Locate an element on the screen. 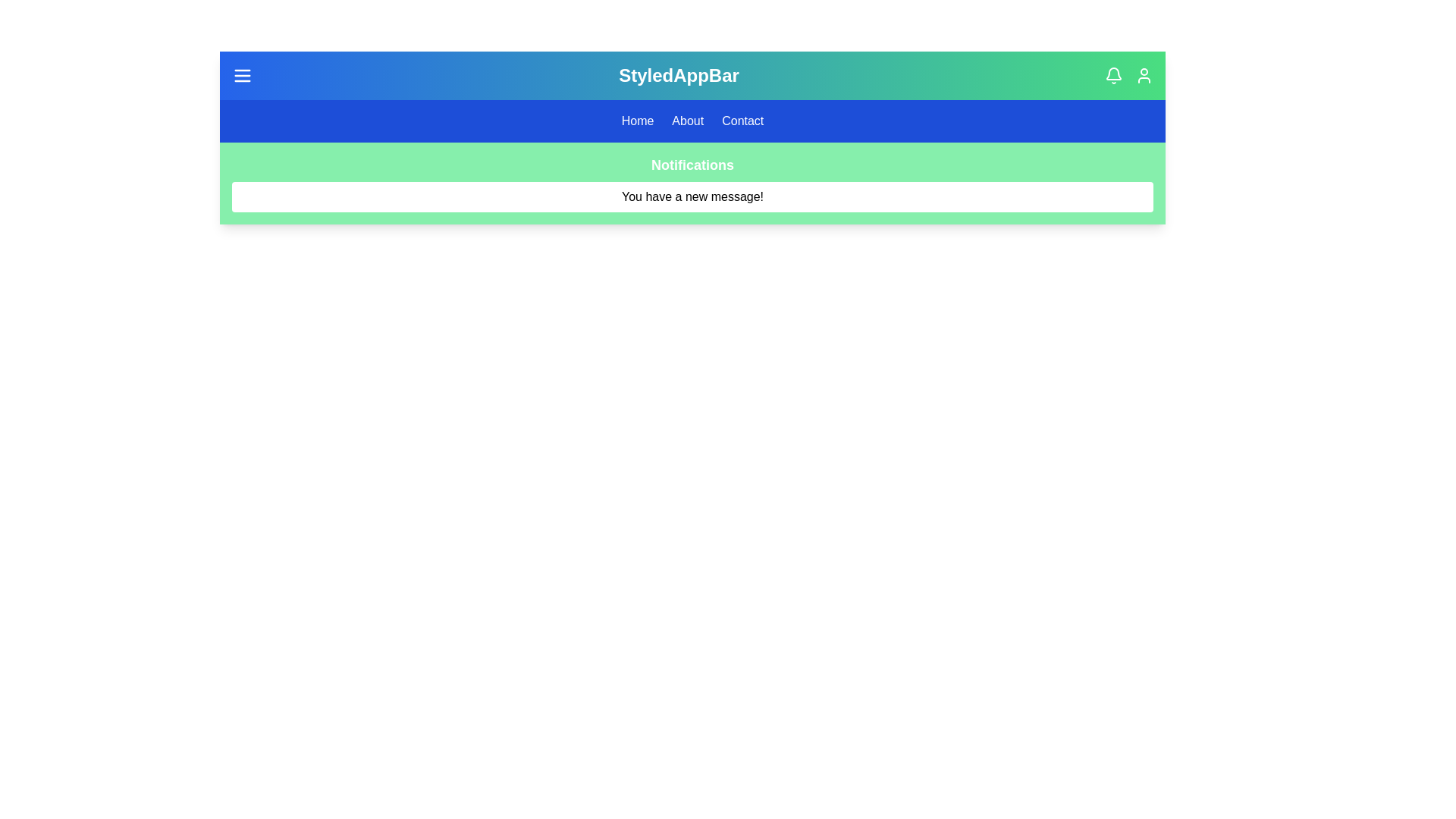  the 'StyledAppBar' text label in the navigation bar is located at coordinates (678, 76).